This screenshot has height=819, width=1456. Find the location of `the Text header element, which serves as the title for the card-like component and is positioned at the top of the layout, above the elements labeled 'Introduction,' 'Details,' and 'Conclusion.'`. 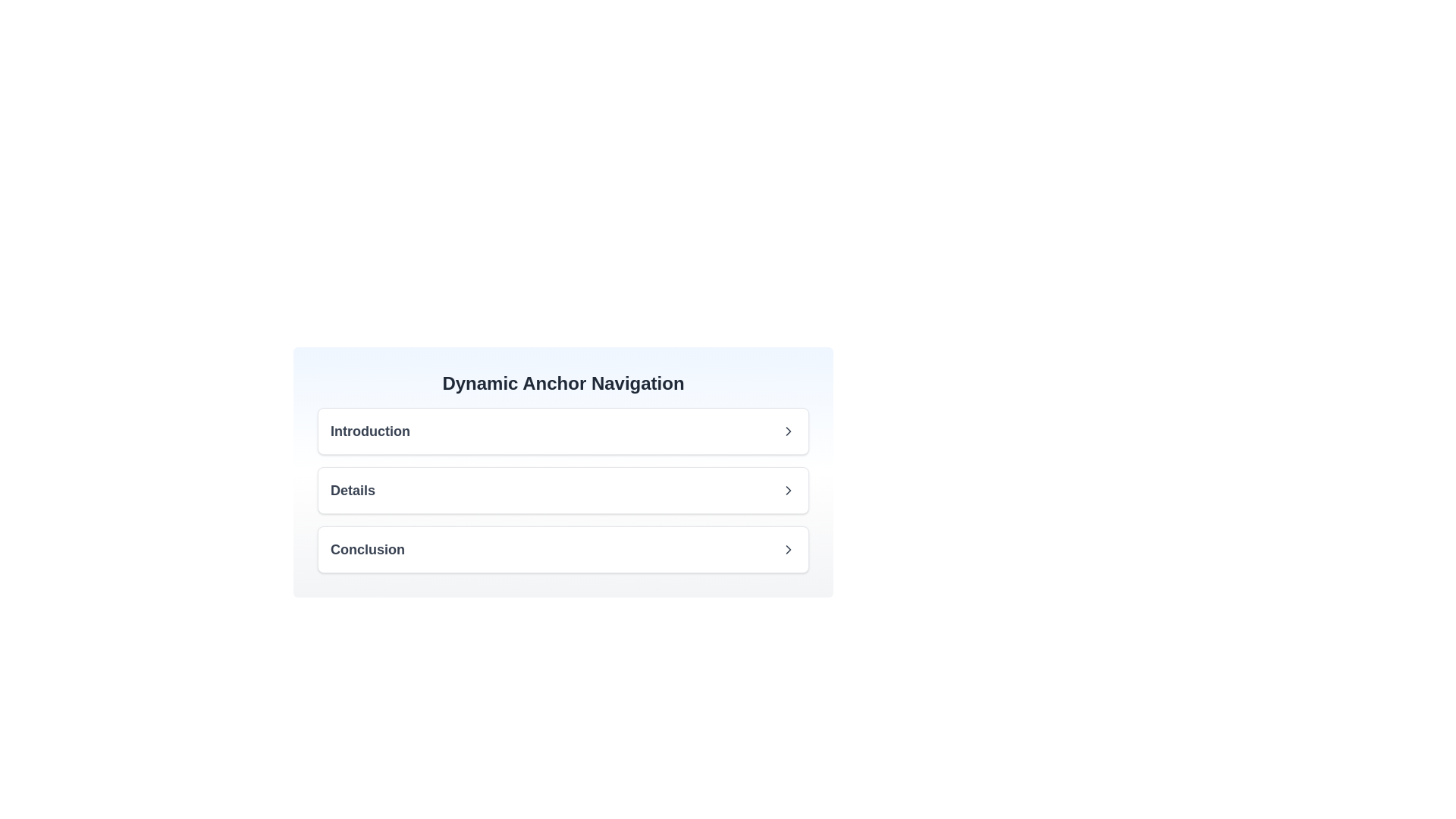

the Text header element, which serves as the title for the card-like component and is positioned at the top of the layout, above the elements labeled 'Introduction,' 'Details,' and 'Conclusion.' is located at coordinates (563, 382).